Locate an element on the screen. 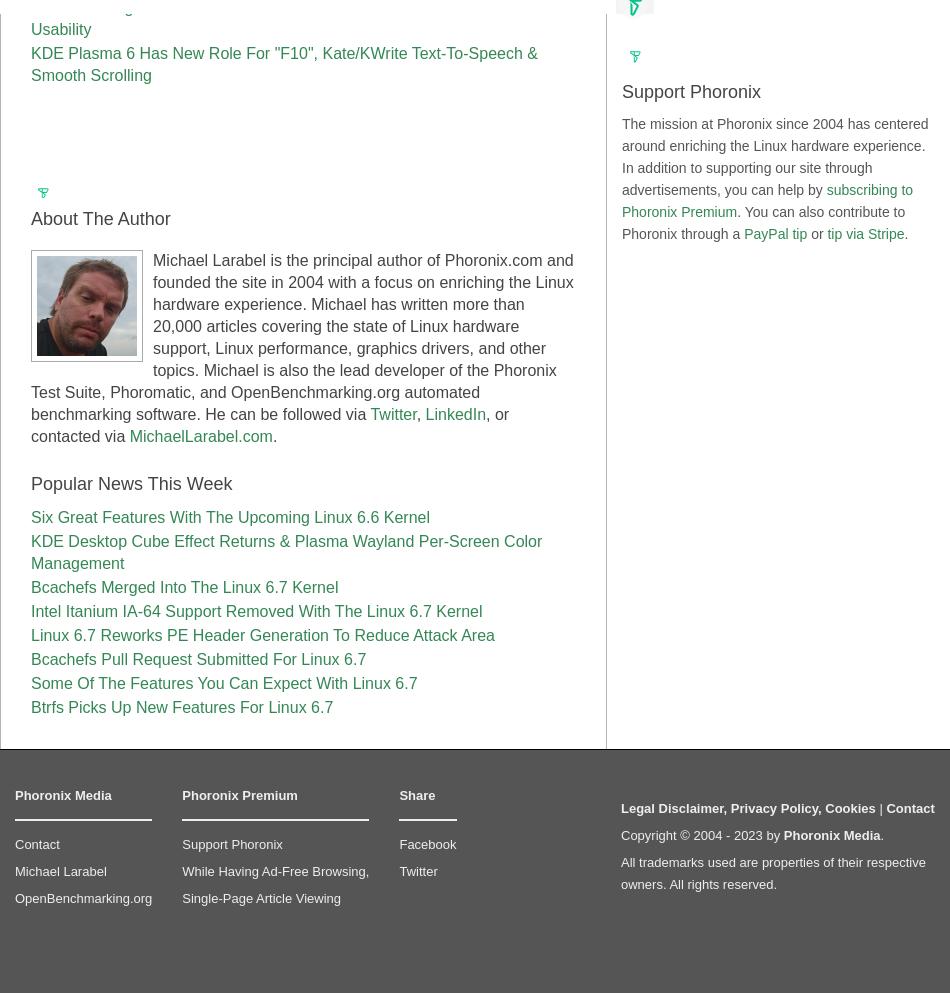  'Copyright © 2004 - 2023 by' is located at coordinates (701, 835).